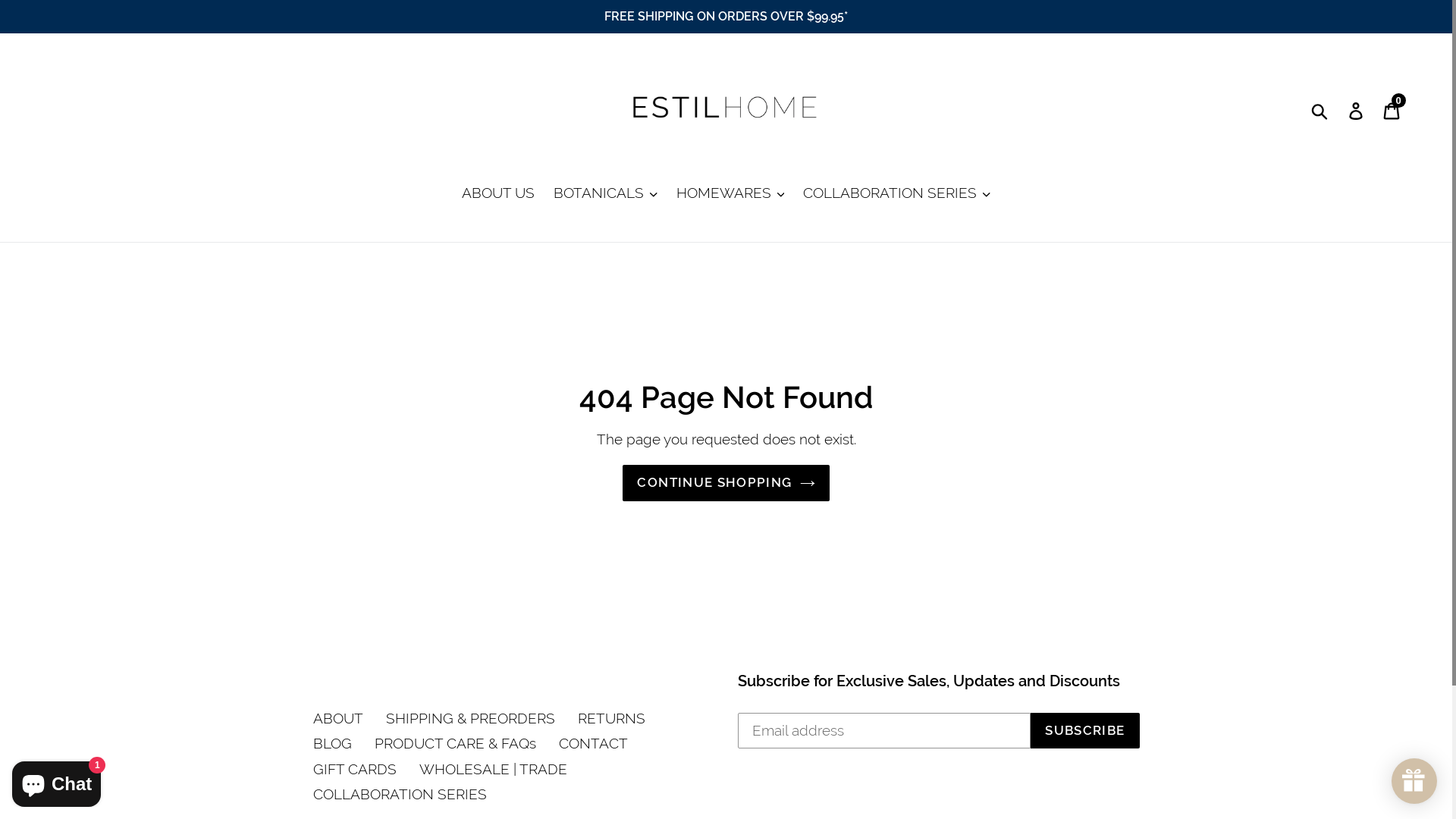 The height and width of the screenshot is (819, 1456). I want to click on 'Submit', so click(1319, 108).